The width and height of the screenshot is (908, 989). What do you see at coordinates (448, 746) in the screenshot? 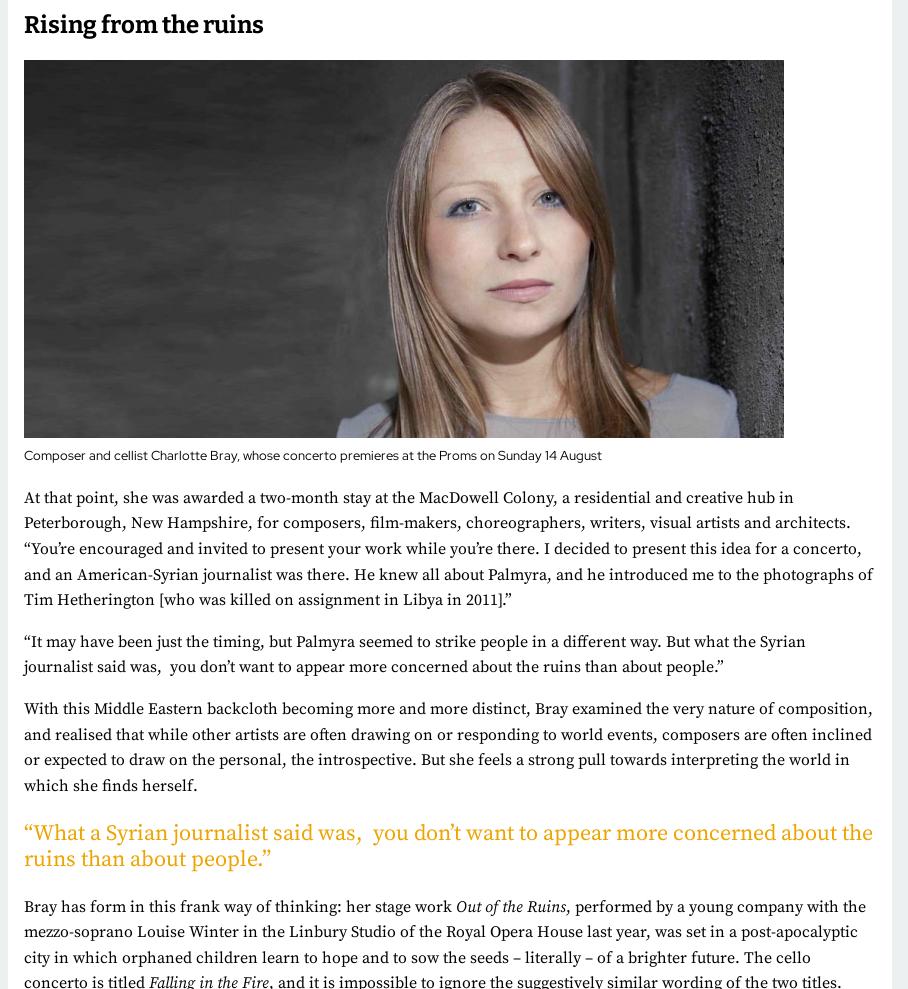
I see `'With this Middle Eastern backcloth becoming more and more distinct, Bray examined the very nature of composition, and realised that while other artists are often drawing on or responding to world events, composers are often inclined or expected to draw on the personal, the introspective. But she feels a strong pull towards interpreting the world in which she finds herself.'` at bounding box center [448, 746].